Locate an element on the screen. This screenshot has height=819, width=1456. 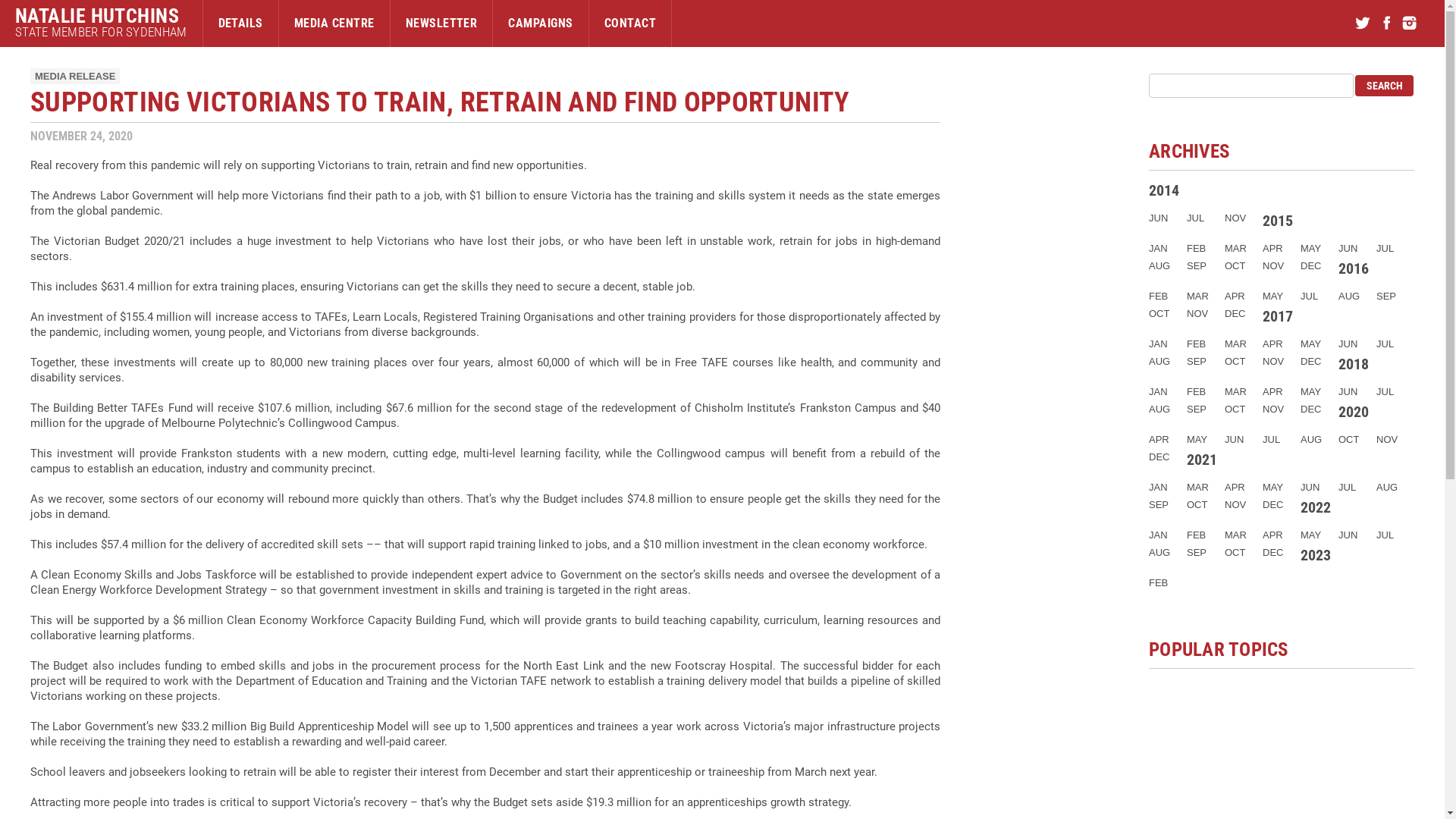
'NATALIE HUTCHINS' is located at coordinates (100, 15).